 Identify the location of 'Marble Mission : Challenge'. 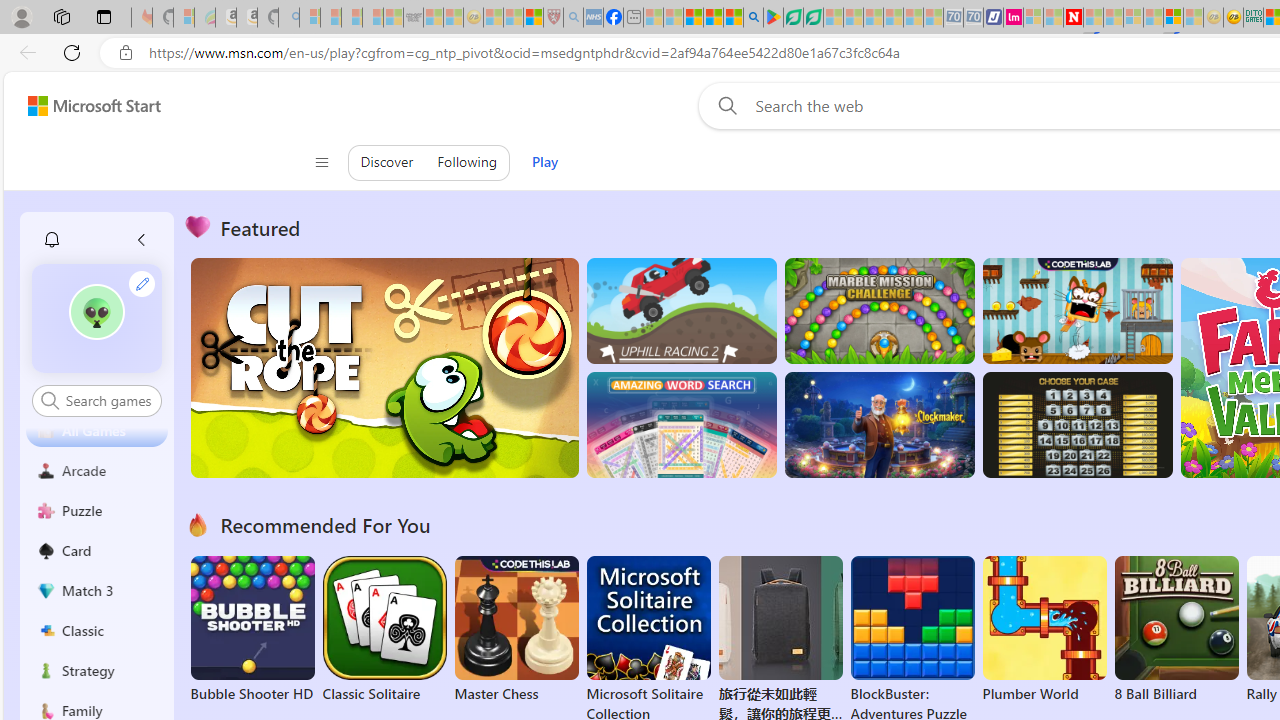
(879, 311).